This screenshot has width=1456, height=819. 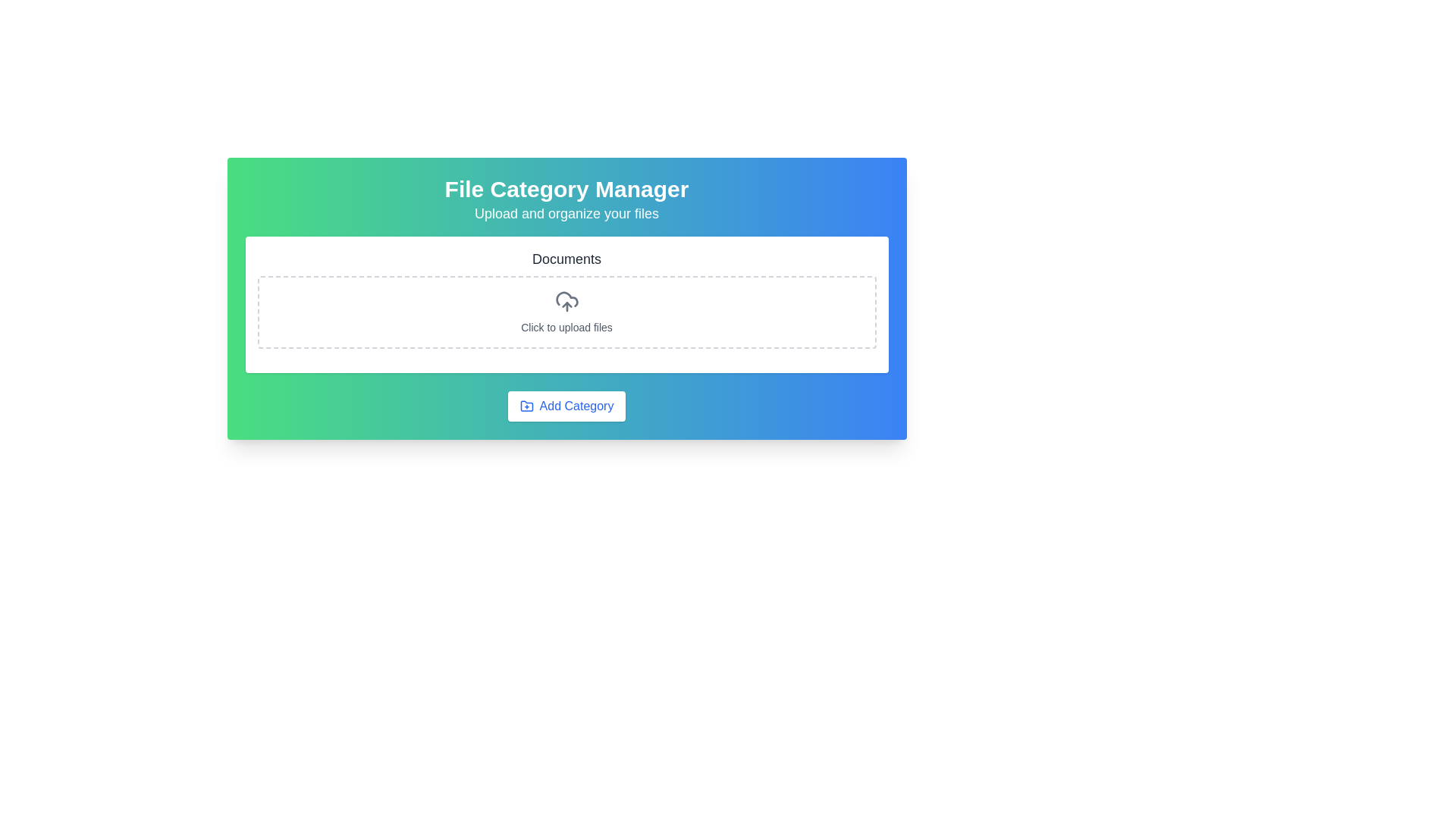 What do you see at coordinates (566, 301) in the screenshot?
I see `the cloud icon with an upward arrow` at bounding box center [566, 301].